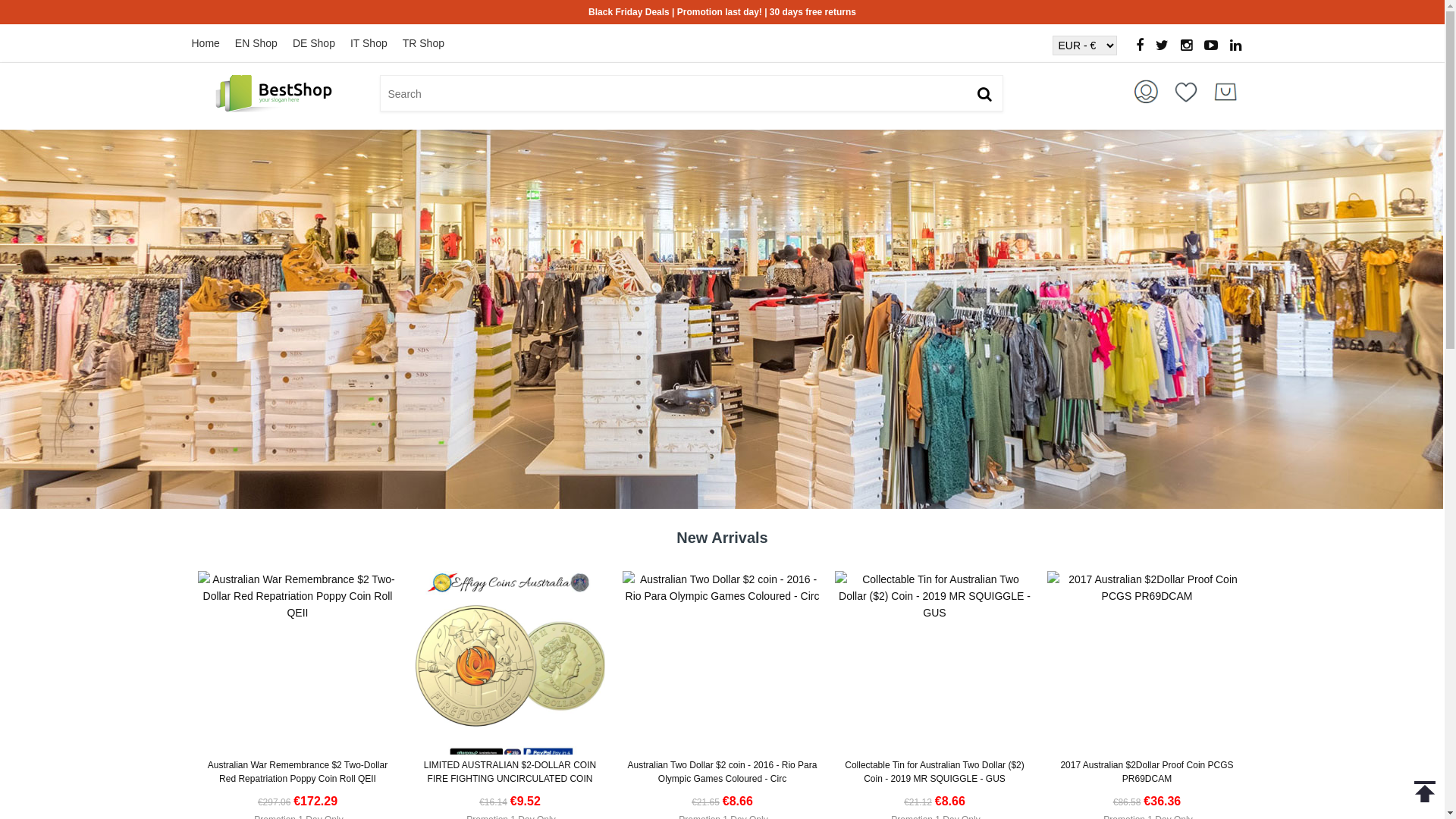  What do you see at coordinates (264, 42) in the screenshot?
I see `'EN Shop'` at bounding box center [264, 42].